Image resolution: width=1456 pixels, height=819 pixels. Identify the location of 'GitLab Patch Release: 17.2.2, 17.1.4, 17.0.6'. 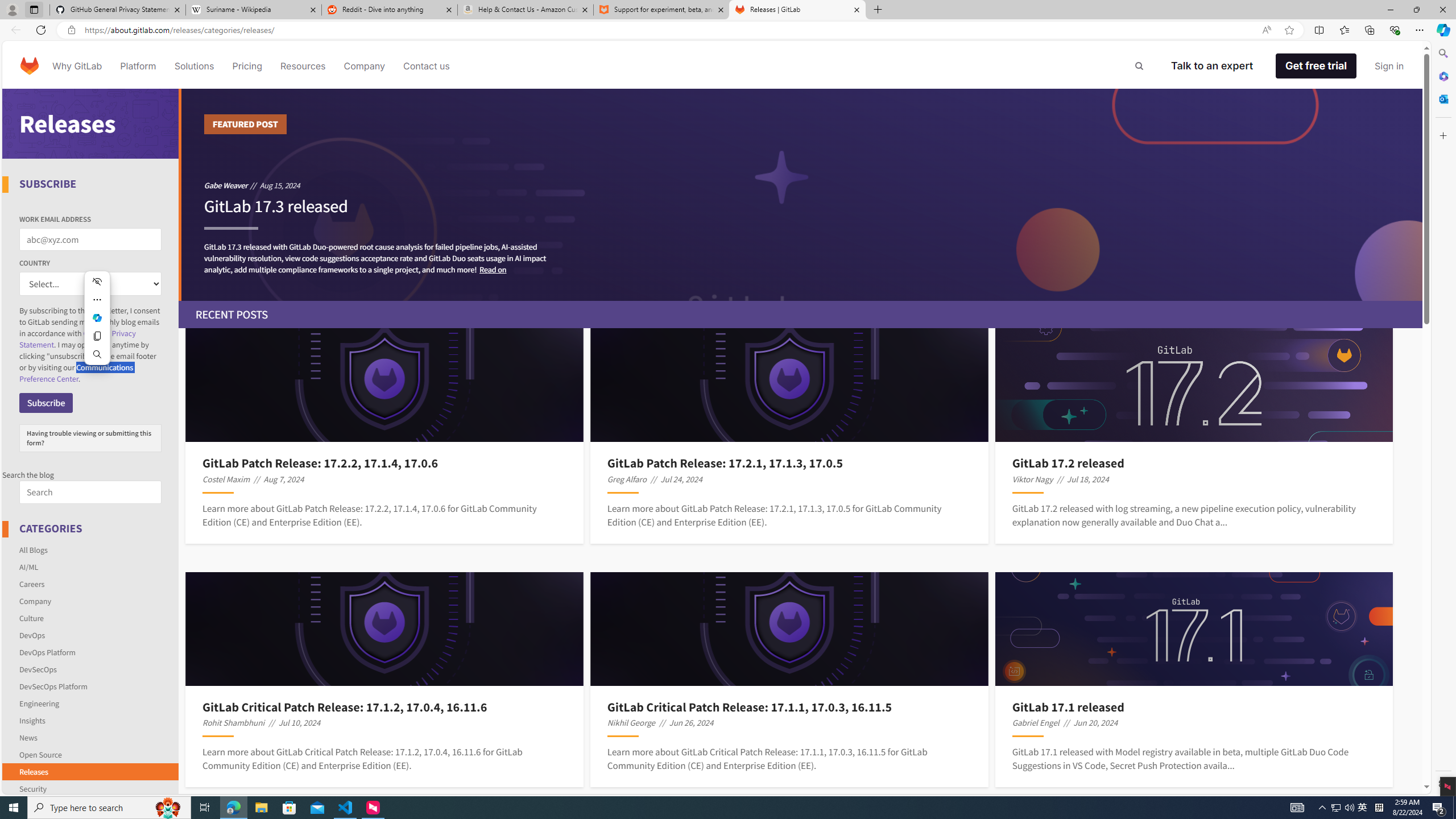
(383, 464).